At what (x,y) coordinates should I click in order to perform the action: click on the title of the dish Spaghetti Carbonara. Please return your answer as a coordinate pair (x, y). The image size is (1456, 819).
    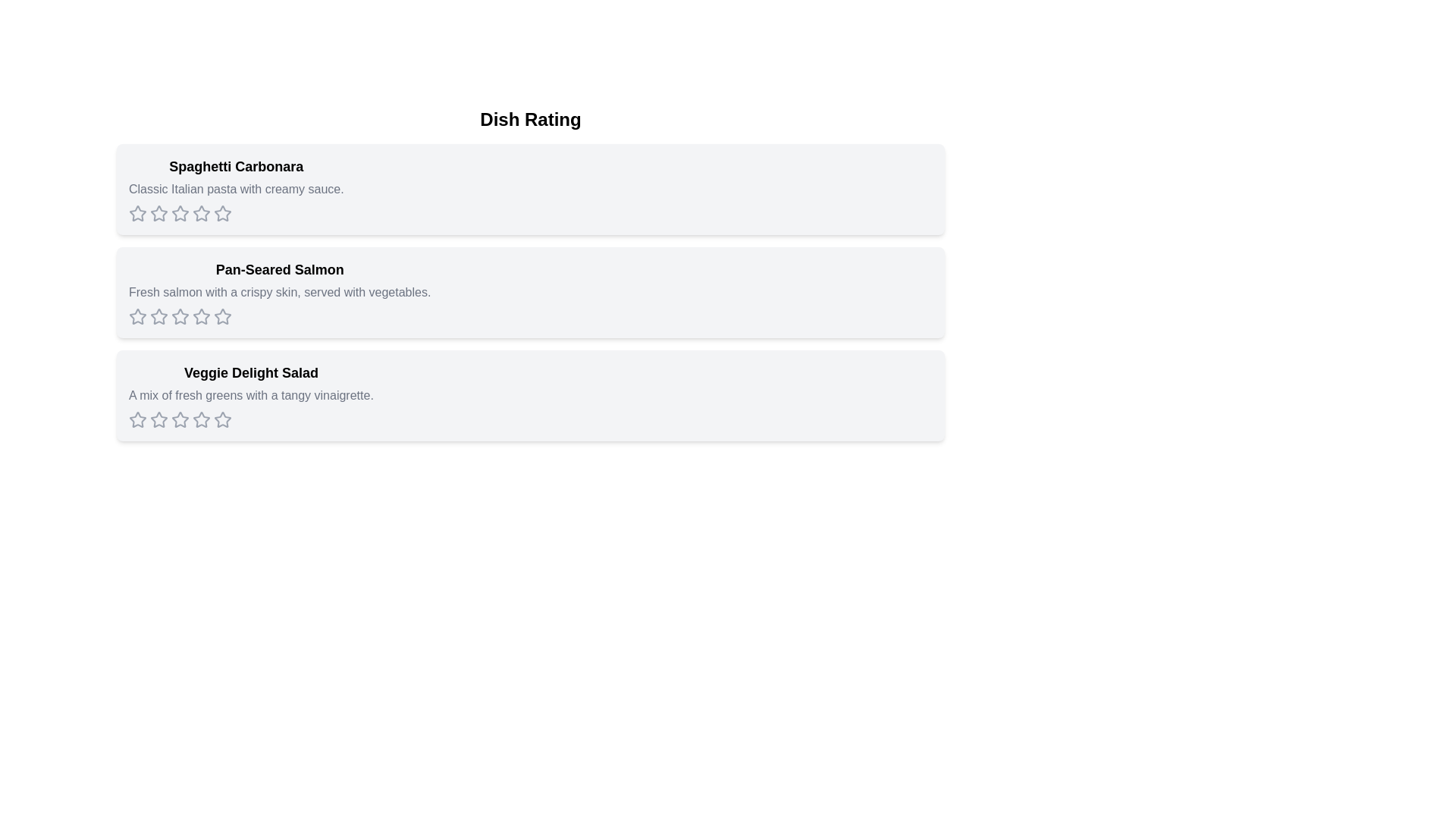
    Looking at the image, I should click on (235, 166).